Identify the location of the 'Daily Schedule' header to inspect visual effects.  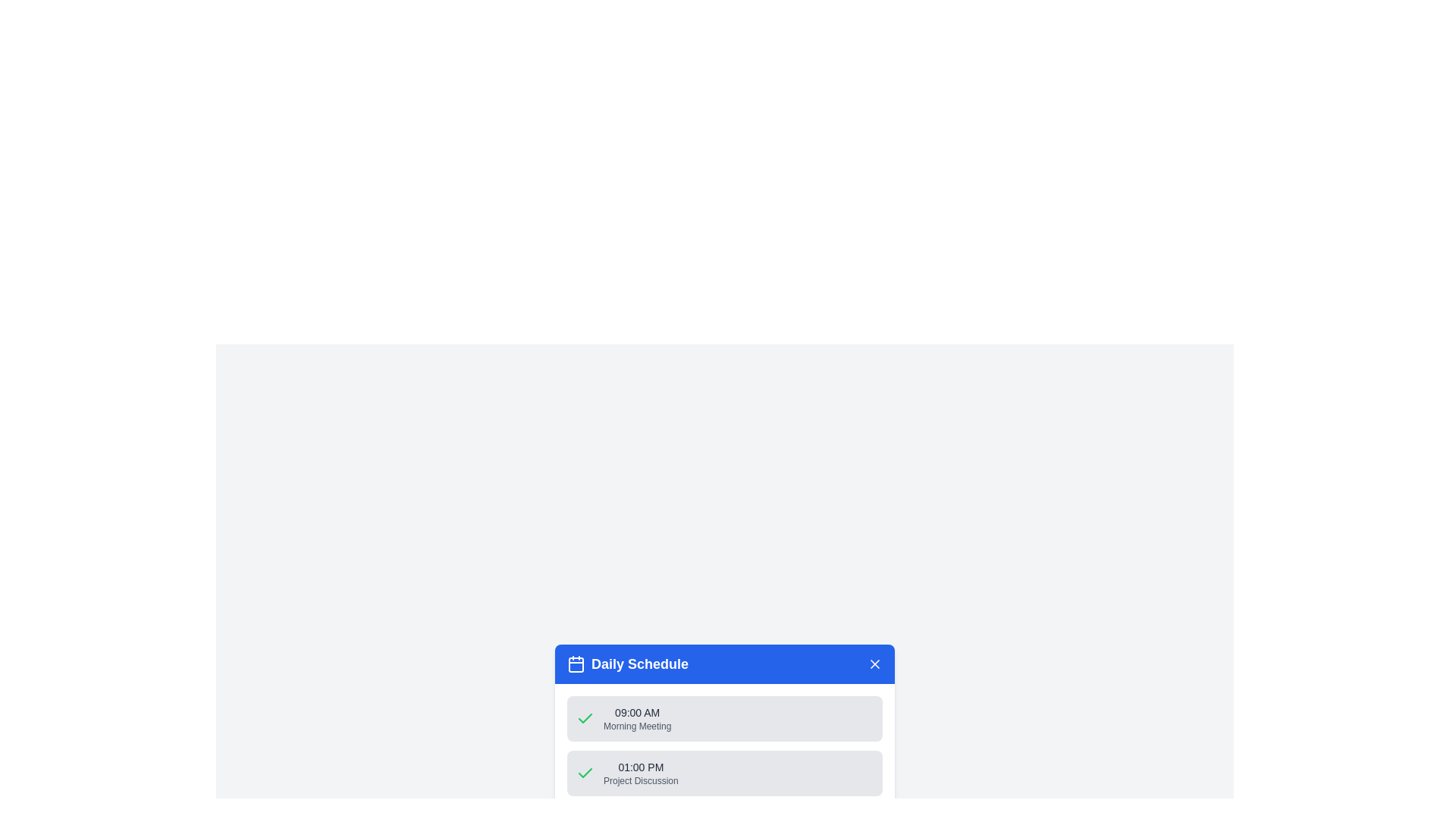
(628, 663).